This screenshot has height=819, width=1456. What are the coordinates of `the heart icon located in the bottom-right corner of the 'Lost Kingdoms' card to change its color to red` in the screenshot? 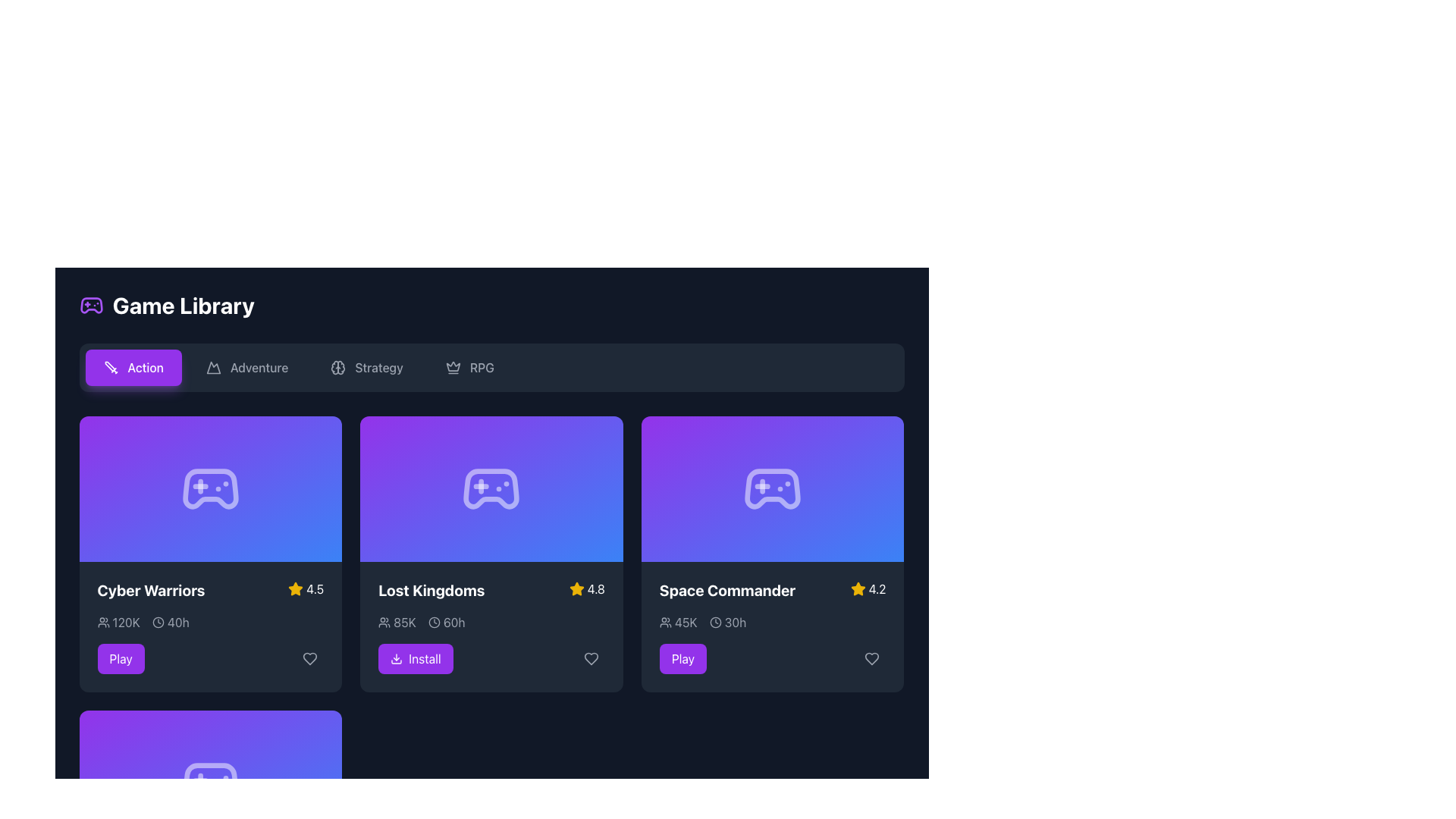 It's located at (590, 657).